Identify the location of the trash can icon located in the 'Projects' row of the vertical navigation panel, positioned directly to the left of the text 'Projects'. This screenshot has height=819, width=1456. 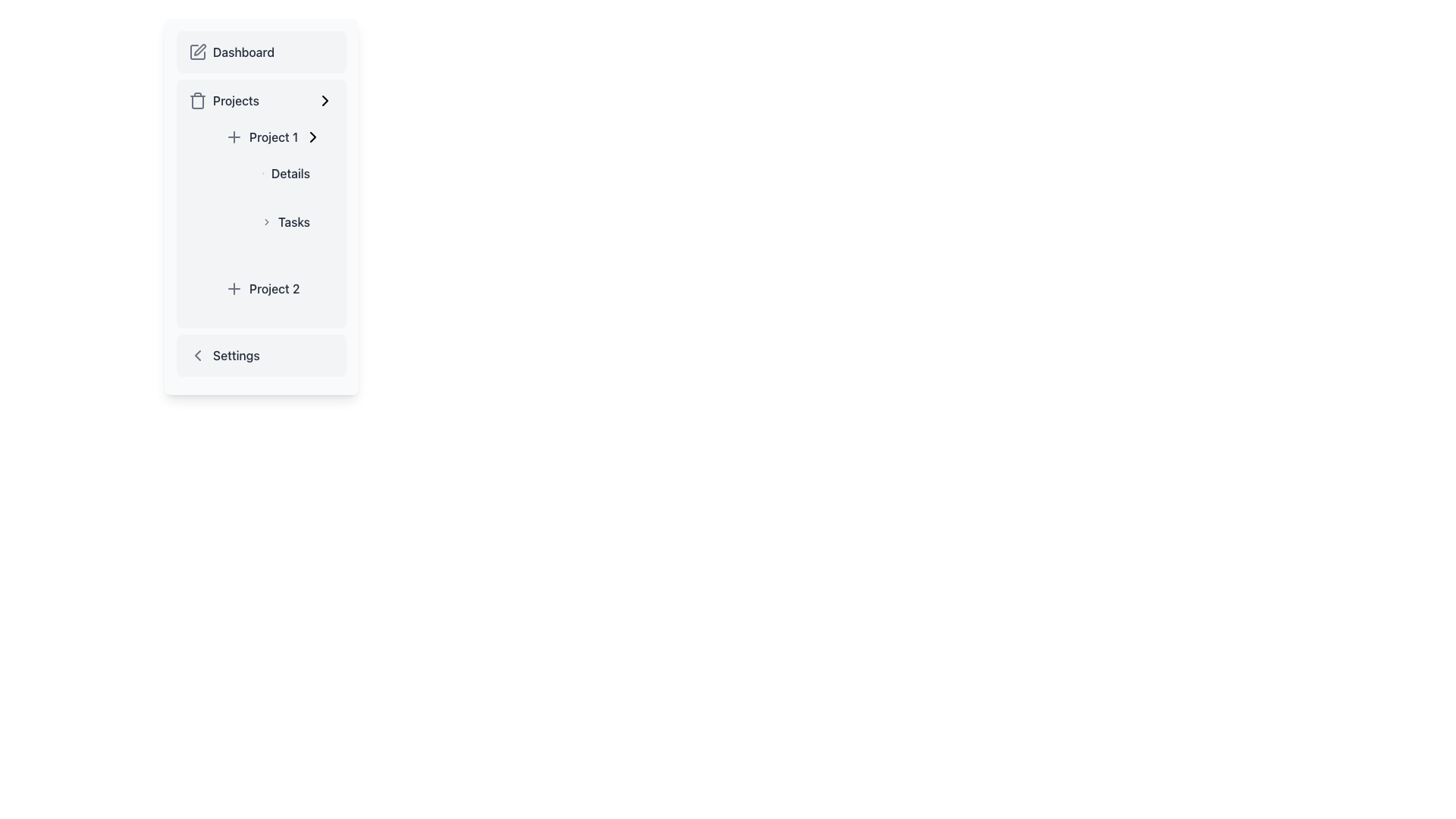
(196, 100).